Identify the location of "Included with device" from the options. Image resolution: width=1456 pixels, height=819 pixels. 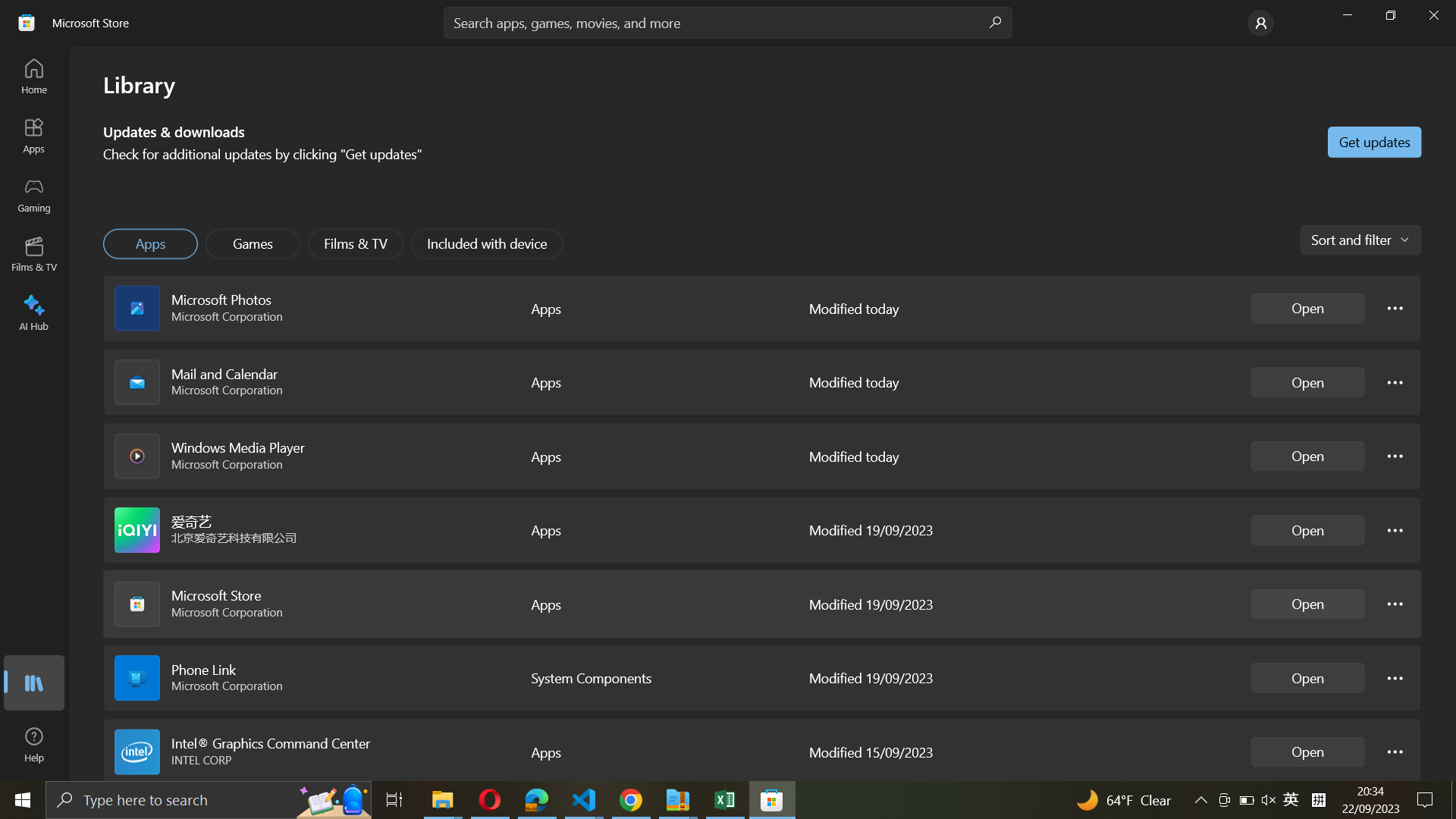
(488, 242).